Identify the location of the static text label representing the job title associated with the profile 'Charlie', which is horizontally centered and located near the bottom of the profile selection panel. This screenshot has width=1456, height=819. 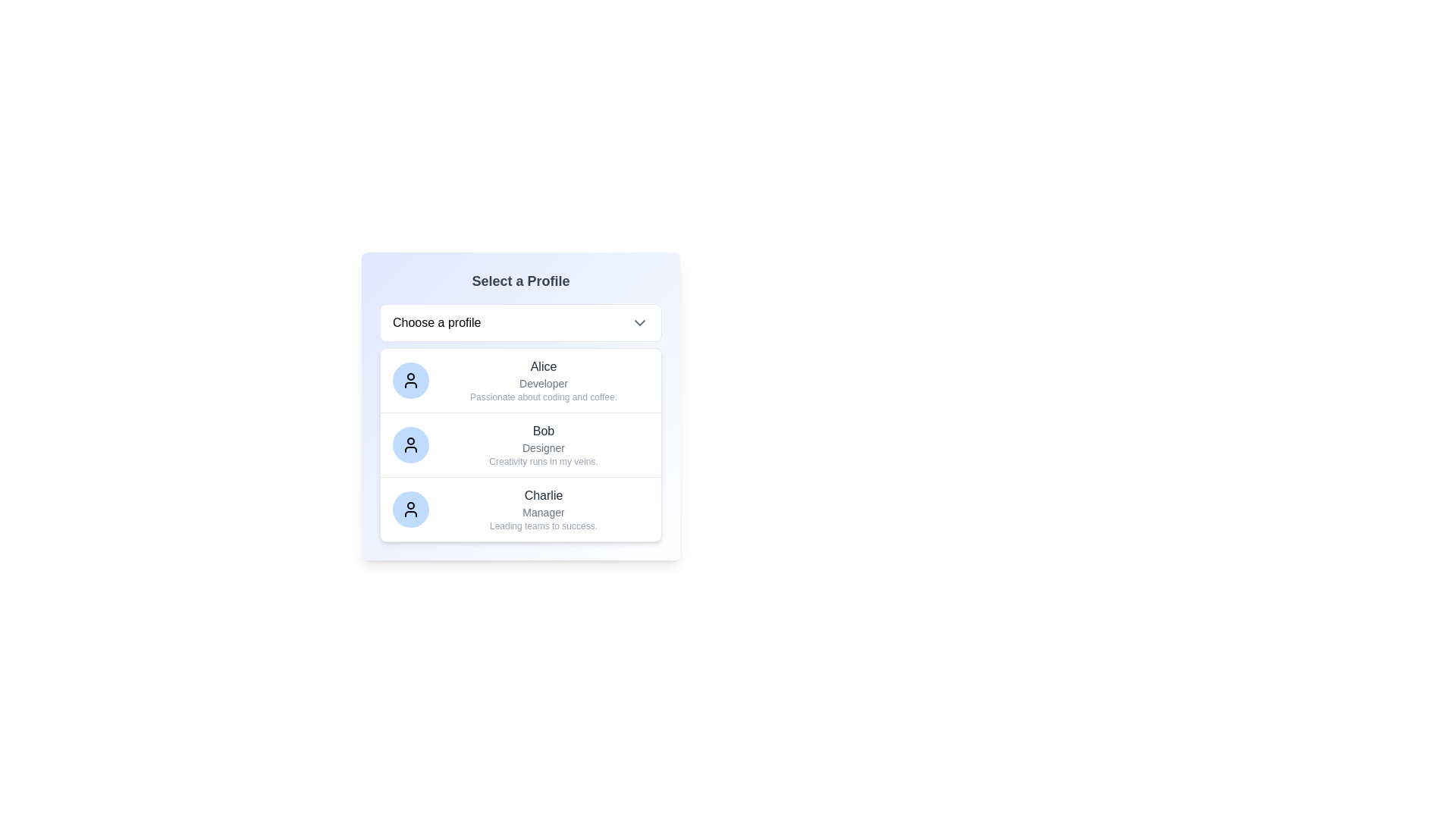
(543, 512).